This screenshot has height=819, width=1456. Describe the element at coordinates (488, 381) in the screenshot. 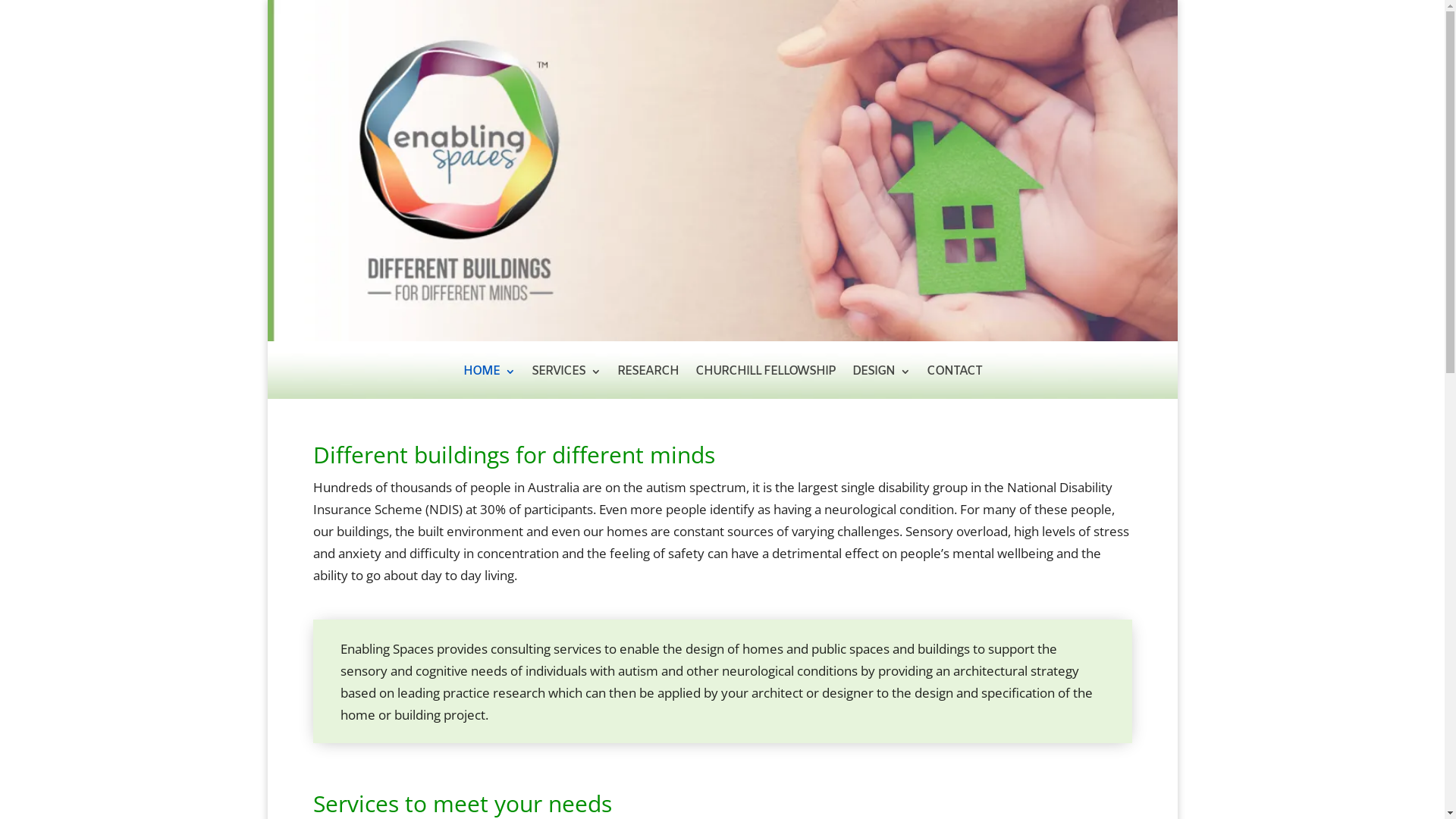

I see `'HOME'` at that location.